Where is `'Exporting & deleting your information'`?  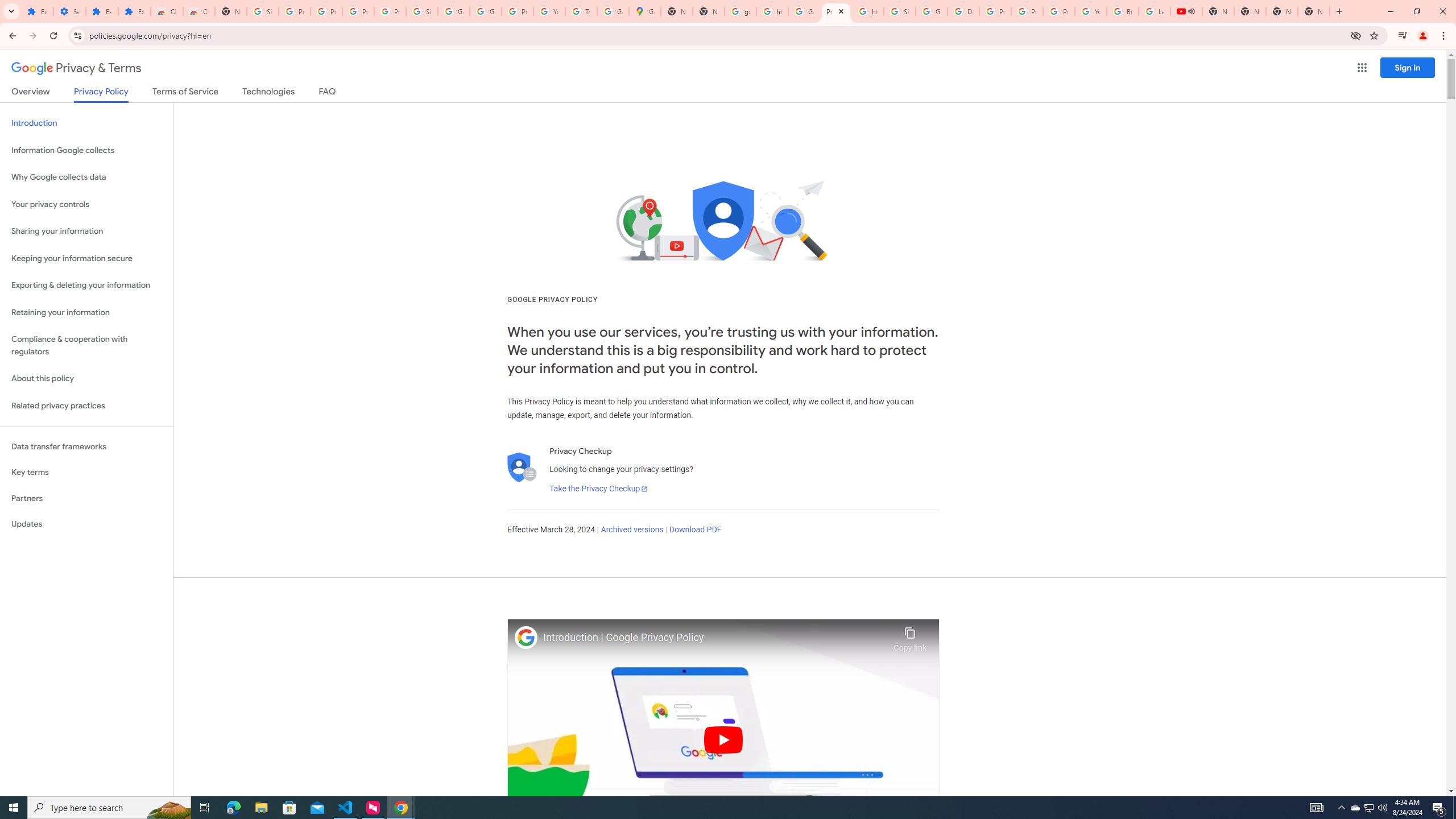 'Exporting & deleting your information' is located at coordinates (86, 285).